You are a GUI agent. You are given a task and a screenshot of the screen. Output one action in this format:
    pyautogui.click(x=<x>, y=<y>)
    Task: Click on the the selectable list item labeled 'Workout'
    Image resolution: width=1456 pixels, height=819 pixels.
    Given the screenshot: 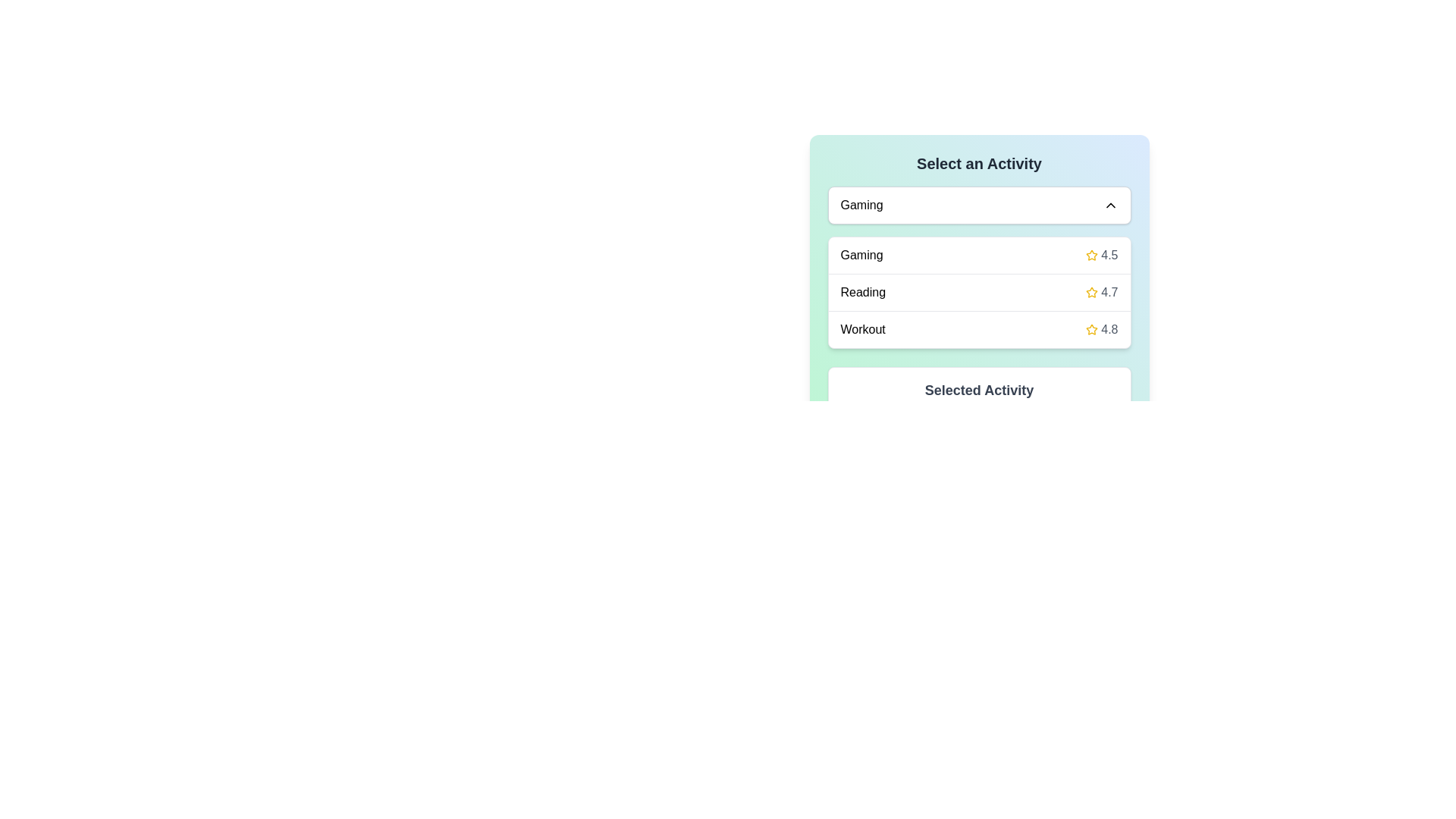 What is the action you would take?
    pyautogui.click(x=862, y=329)
    